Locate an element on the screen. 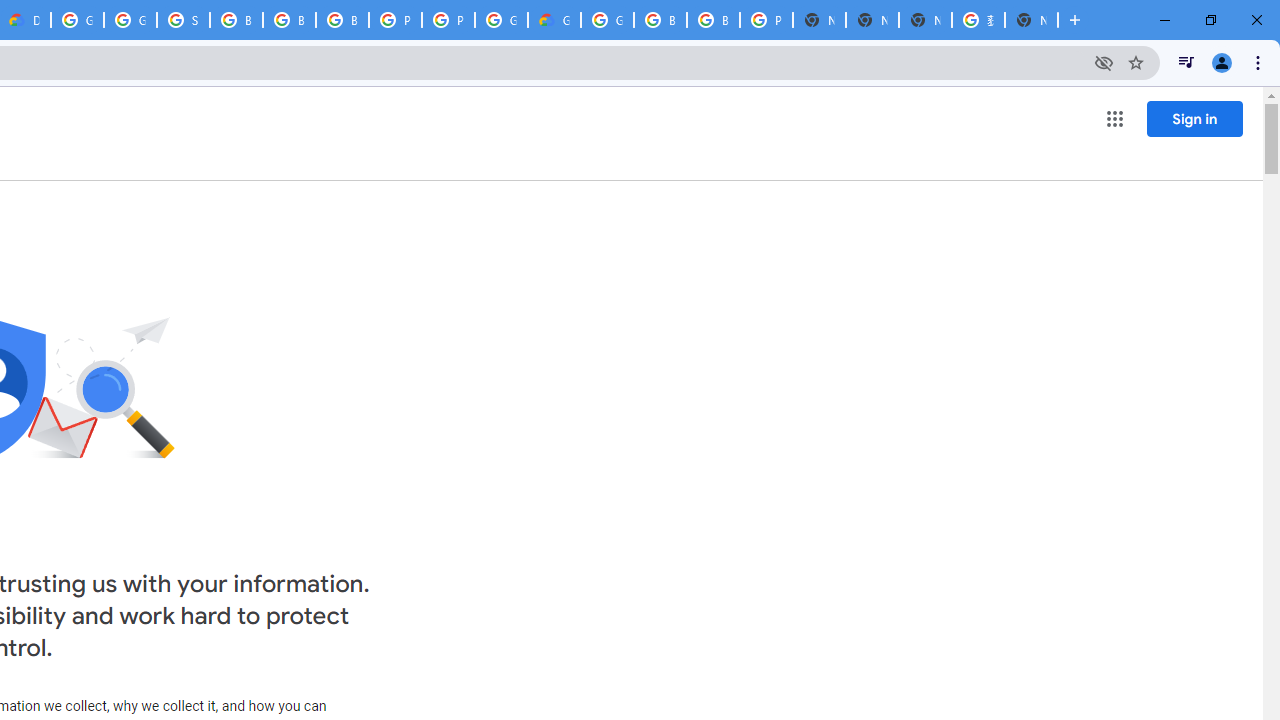 This screenshot has height=720, width=1280. 'Sign in - Google Accounts' is located at coordinates (183, 20).